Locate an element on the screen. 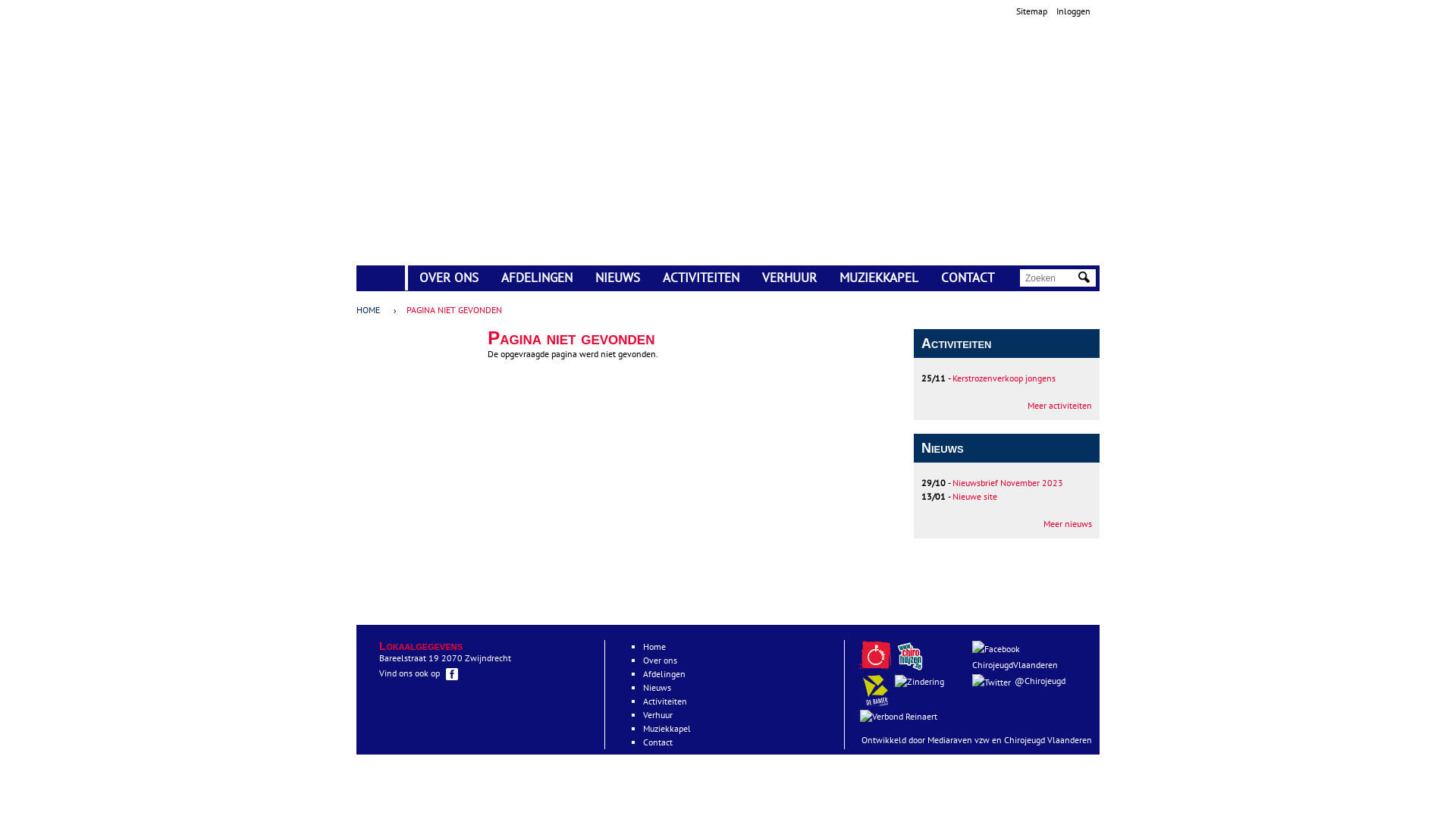 This screenshot has height=819, width=1456. 'Afdelingen' is located at coordinates (664, 673).